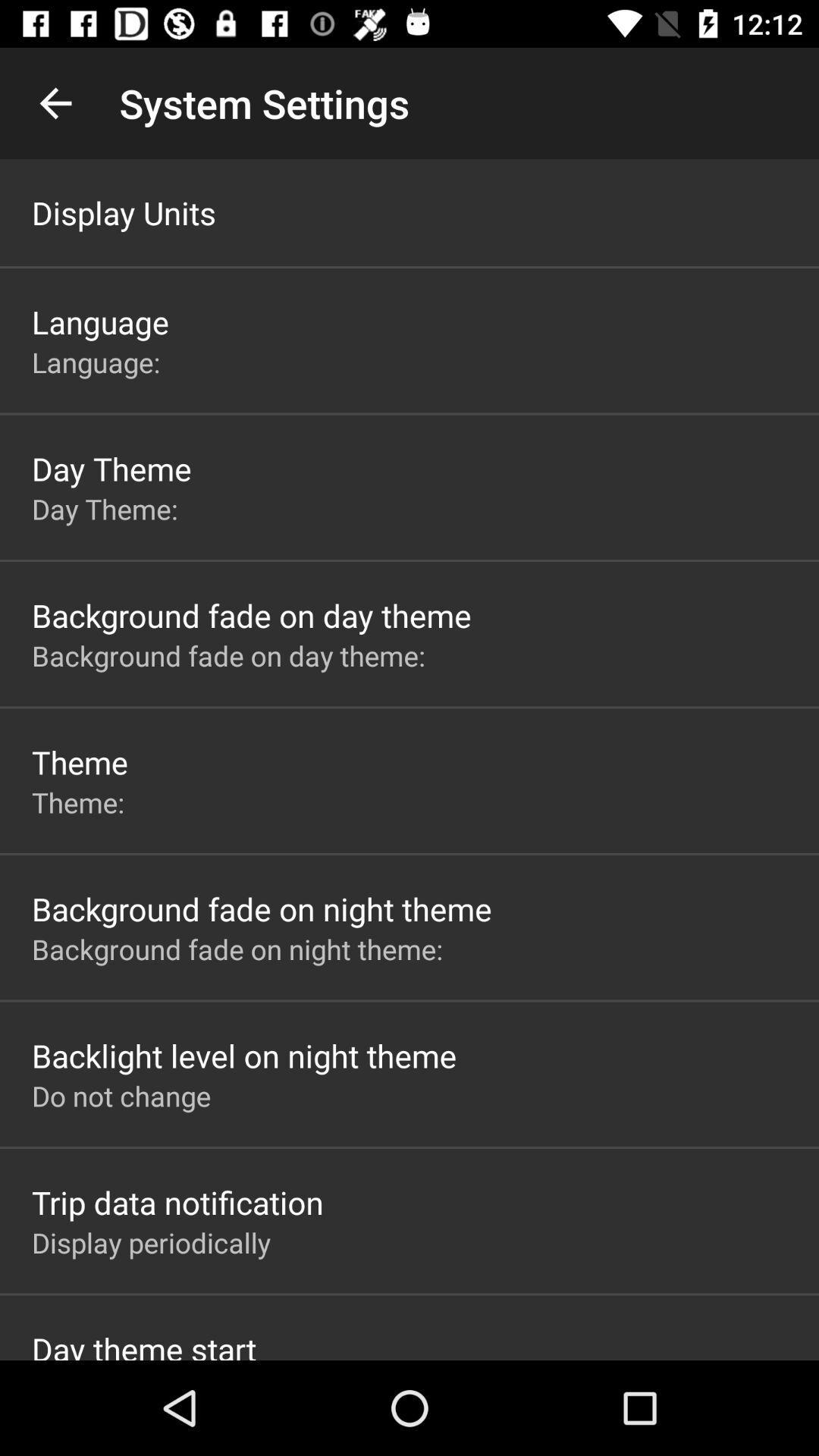 This screenshot has height=1456, width=819. What do you see at coordinates (243, 1055) in the screenshot?
I see `the icon below the background fade on icon` at bounding box center [243, 1055].